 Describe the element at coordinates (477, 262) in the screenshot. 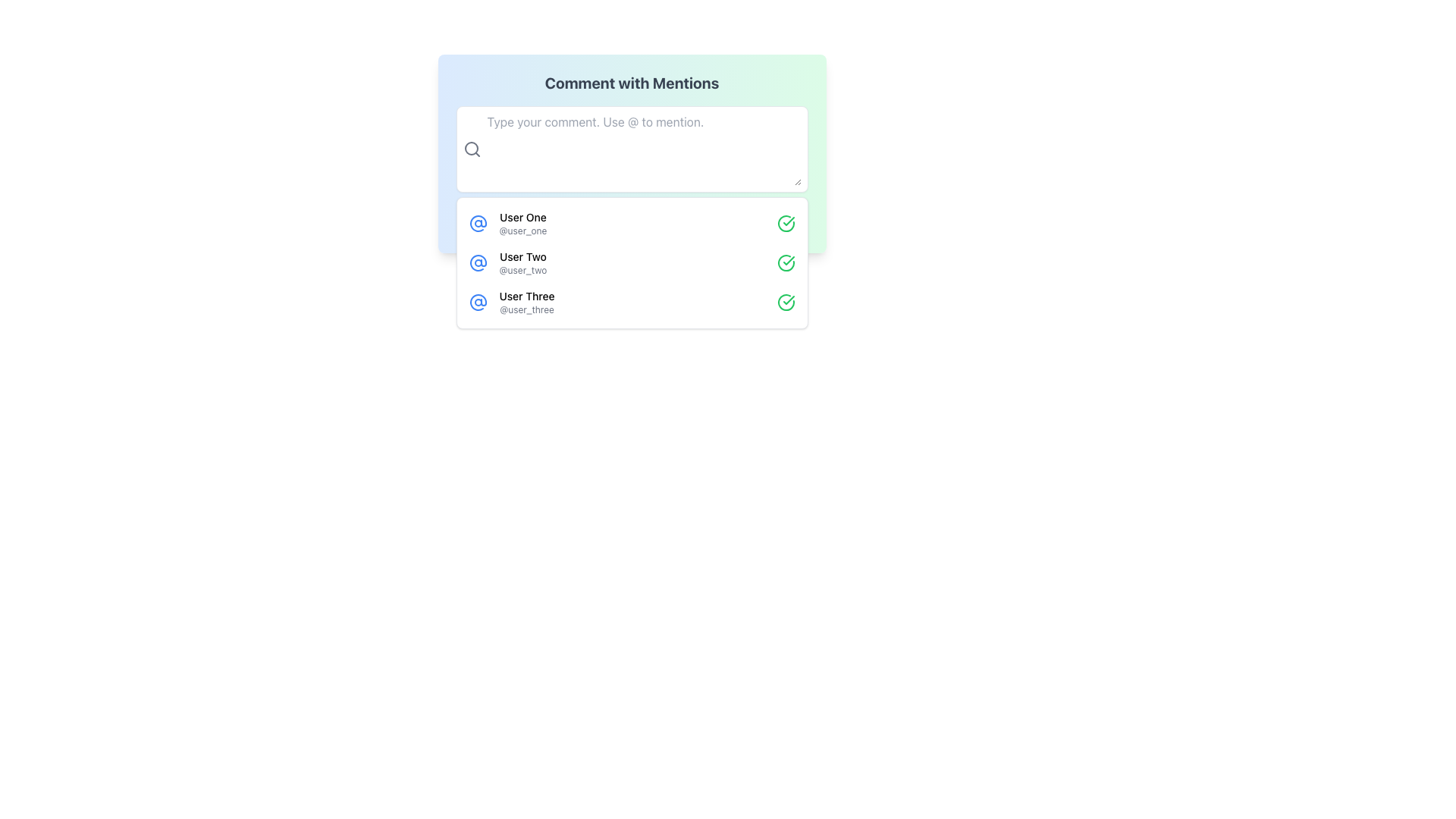

I see `the '@' icon associated with 'User Two' in the user list` at that location.